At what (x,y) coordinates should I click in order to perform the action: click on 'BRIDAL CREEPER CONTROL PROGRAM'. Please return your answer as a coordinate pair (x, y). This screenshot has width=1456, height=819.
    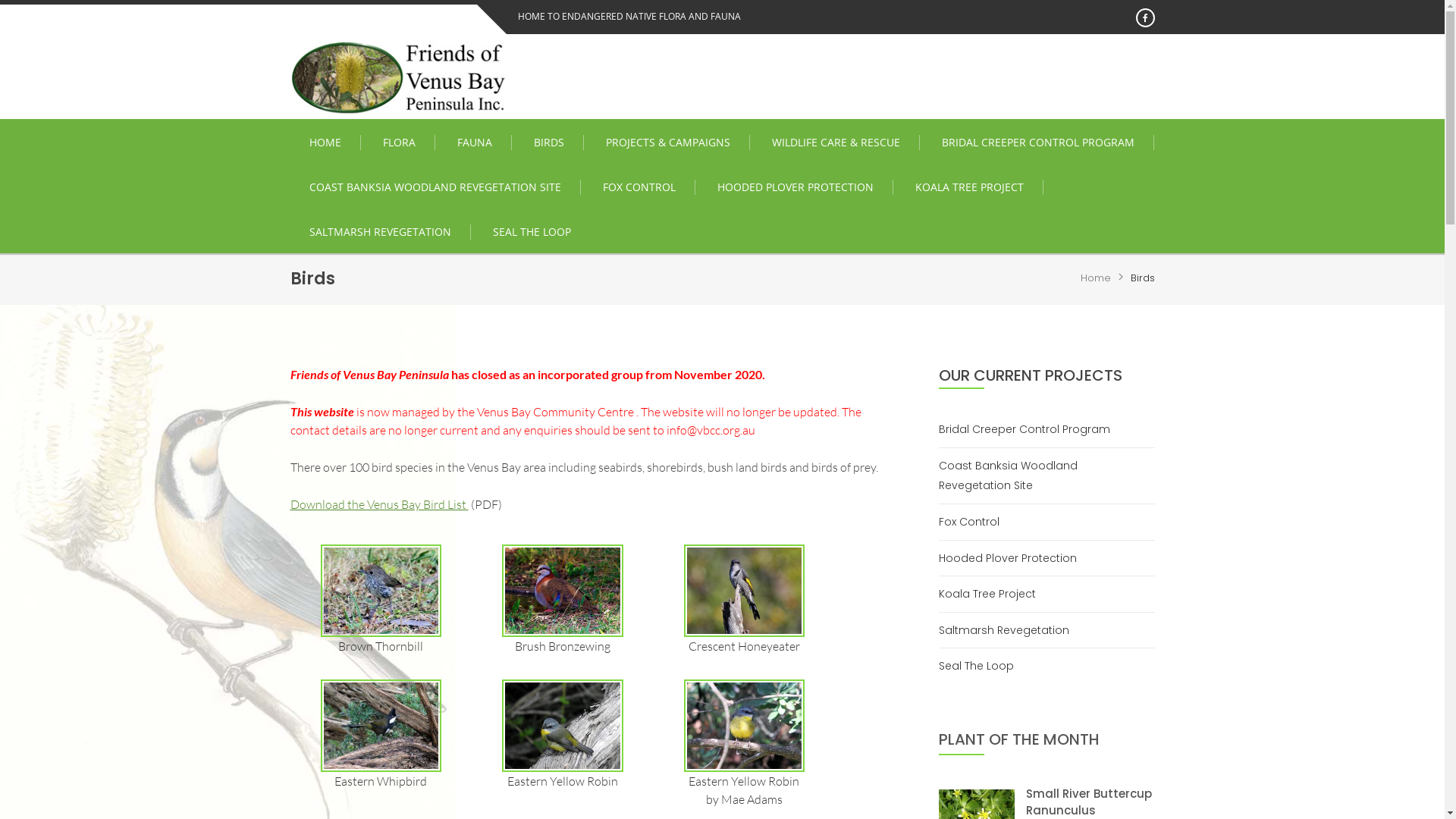
    Looking at the image, I should click on (1037, 143).